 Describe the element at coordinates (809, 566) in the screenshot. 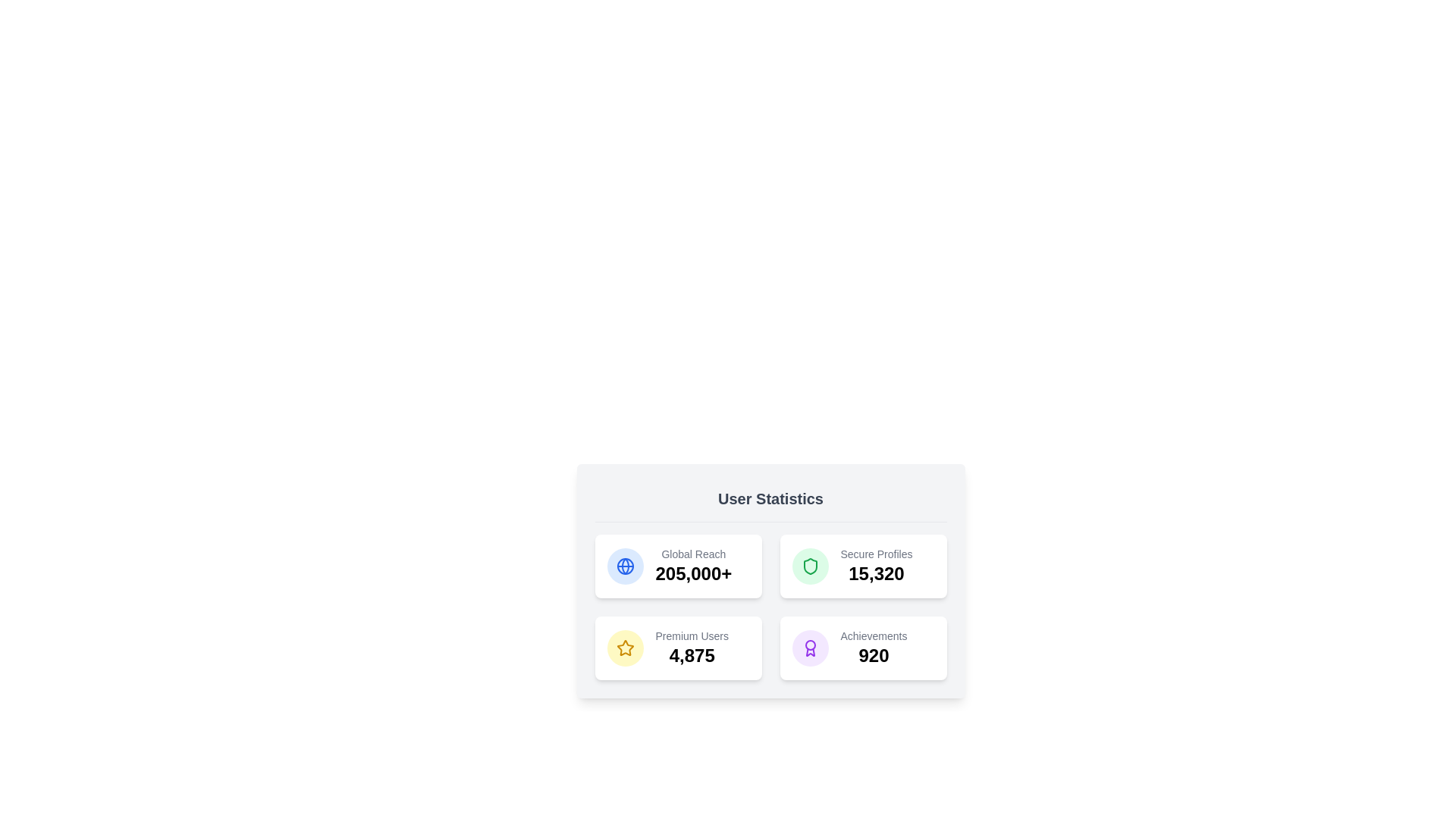

I see `the green shield icon representing the 'Secure Profiles' statistic, which displays the number '15,320'` at that location.